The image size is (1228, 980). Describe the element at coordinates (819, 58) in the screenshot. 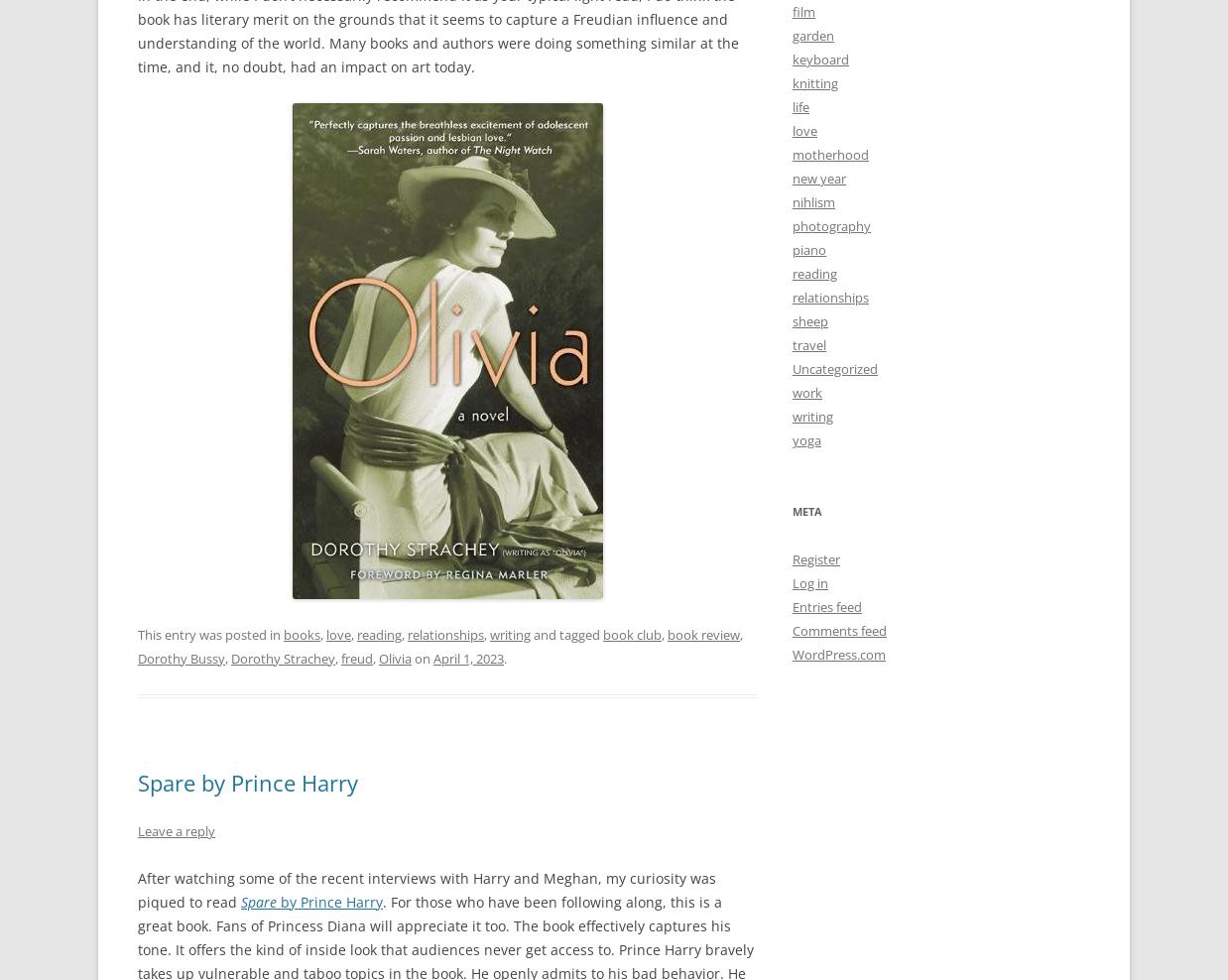

I see `'keyboard'` at that location.